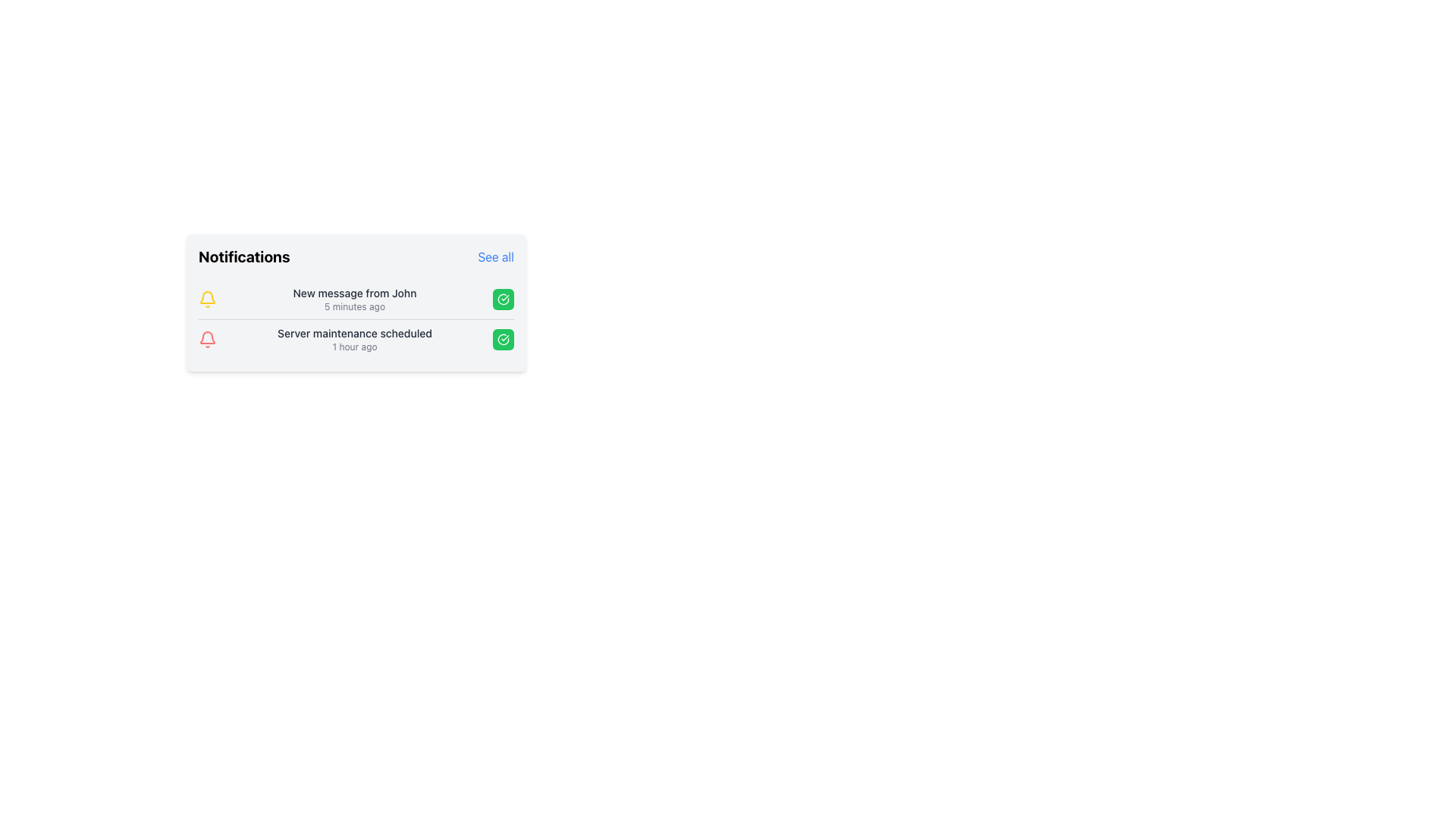 This screenshot has height=819, width=1456. What do you see at coordinates (356, 256) in the screenshot?
I see `the 'See all' link in the Notifications panel` at bounding box center [356, 256].